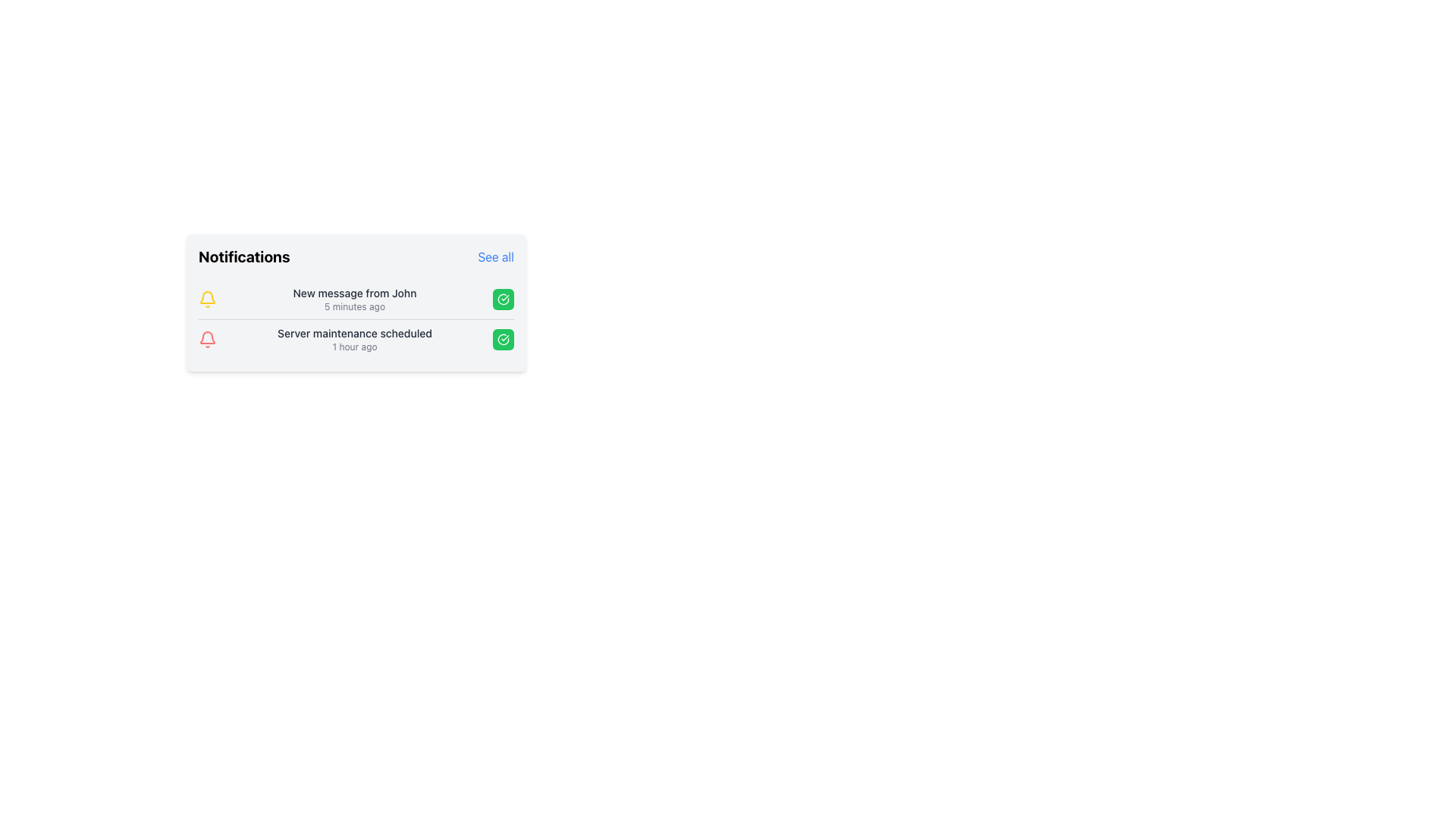 This screenshot has height=819, width=1456. What do you see at coordinates (356, 256) in the screenshot?
I see `the 'See all' link in the Notifications panel` at bounding box center [356, 256].